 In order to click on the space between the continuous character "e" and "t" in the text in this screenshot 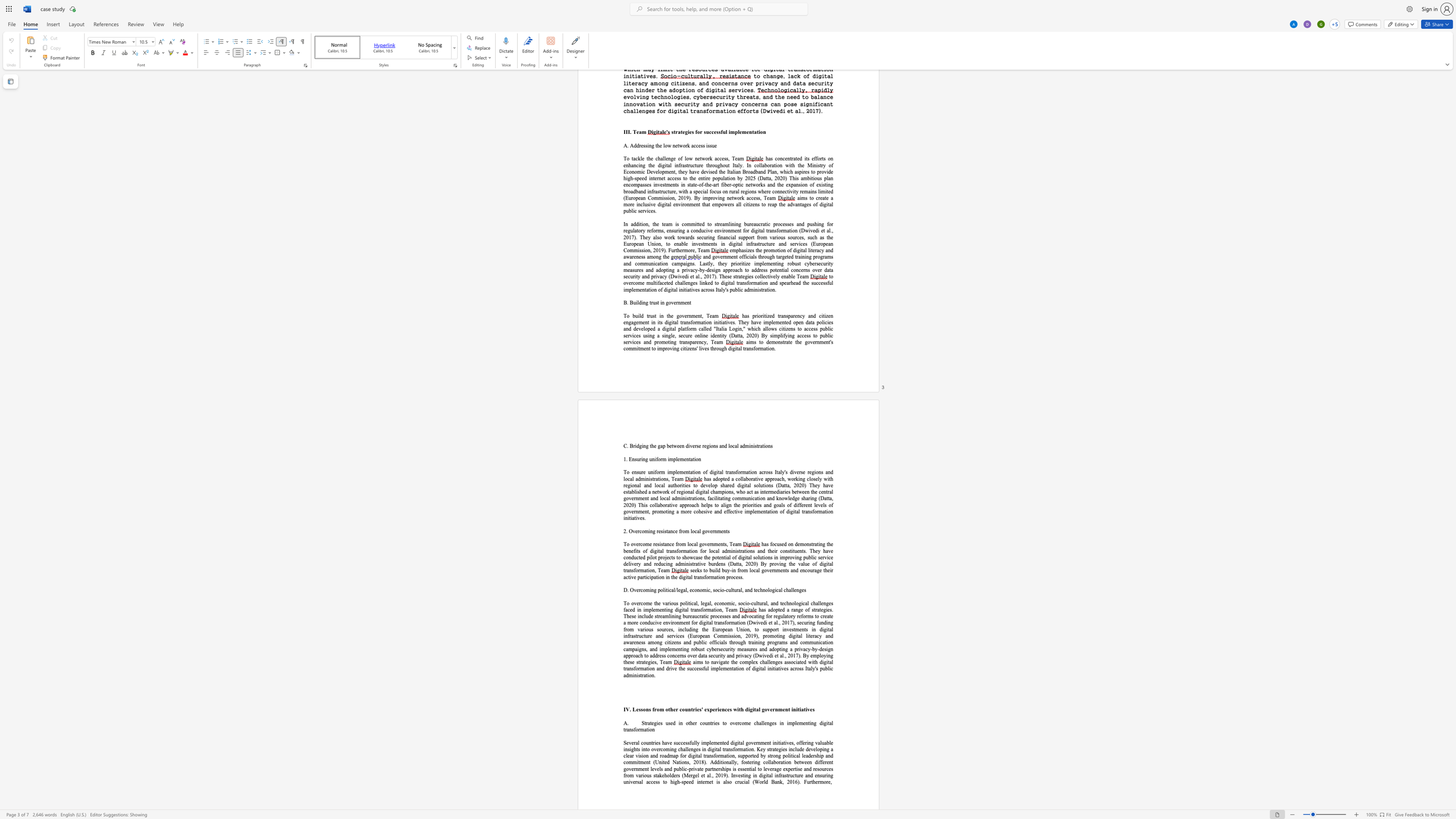, I will do `click(671, 445)`.